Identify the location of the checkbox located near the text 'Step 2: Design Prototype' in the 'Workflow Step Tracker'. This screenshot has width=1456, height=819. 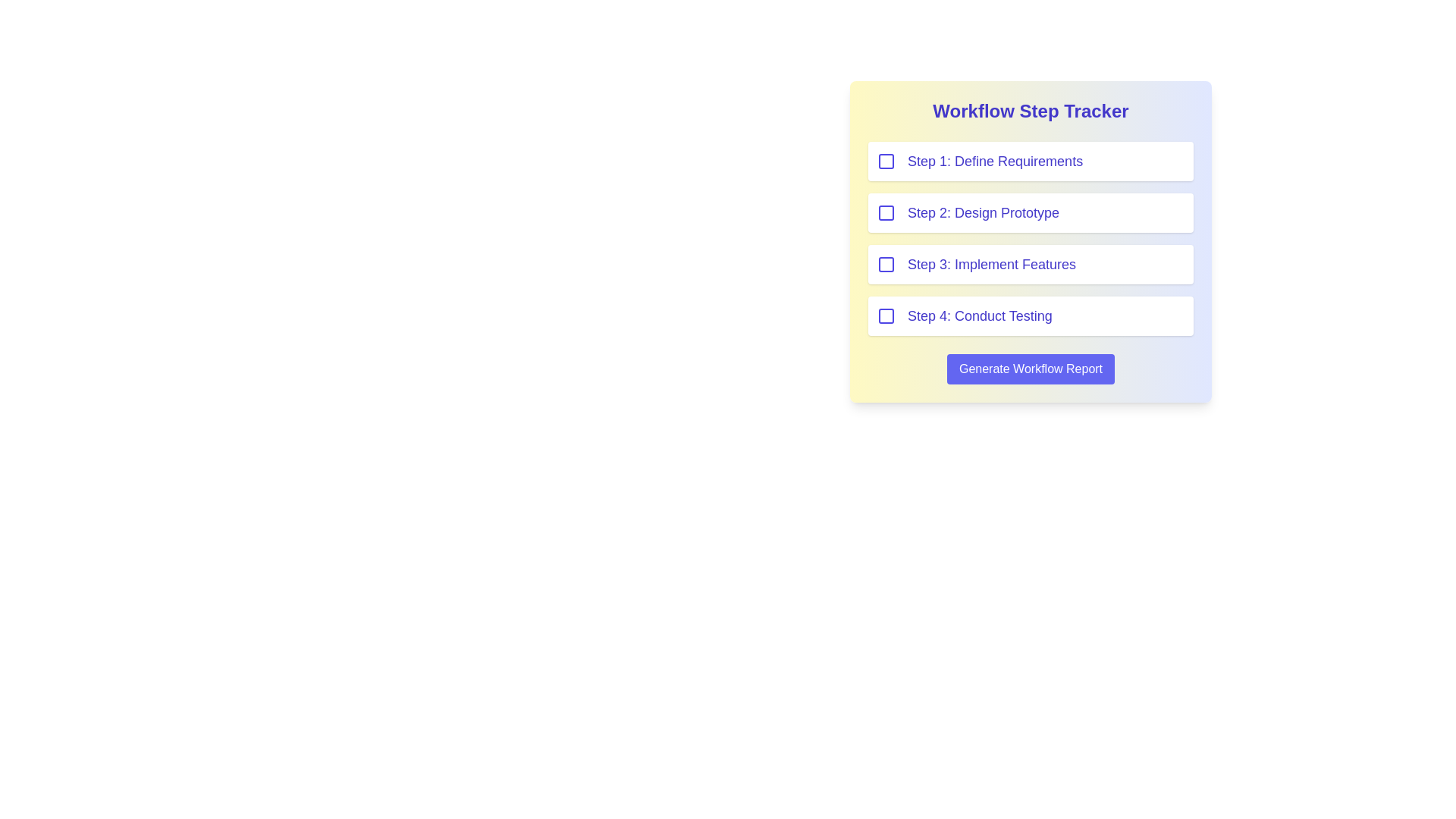
(886, 213).